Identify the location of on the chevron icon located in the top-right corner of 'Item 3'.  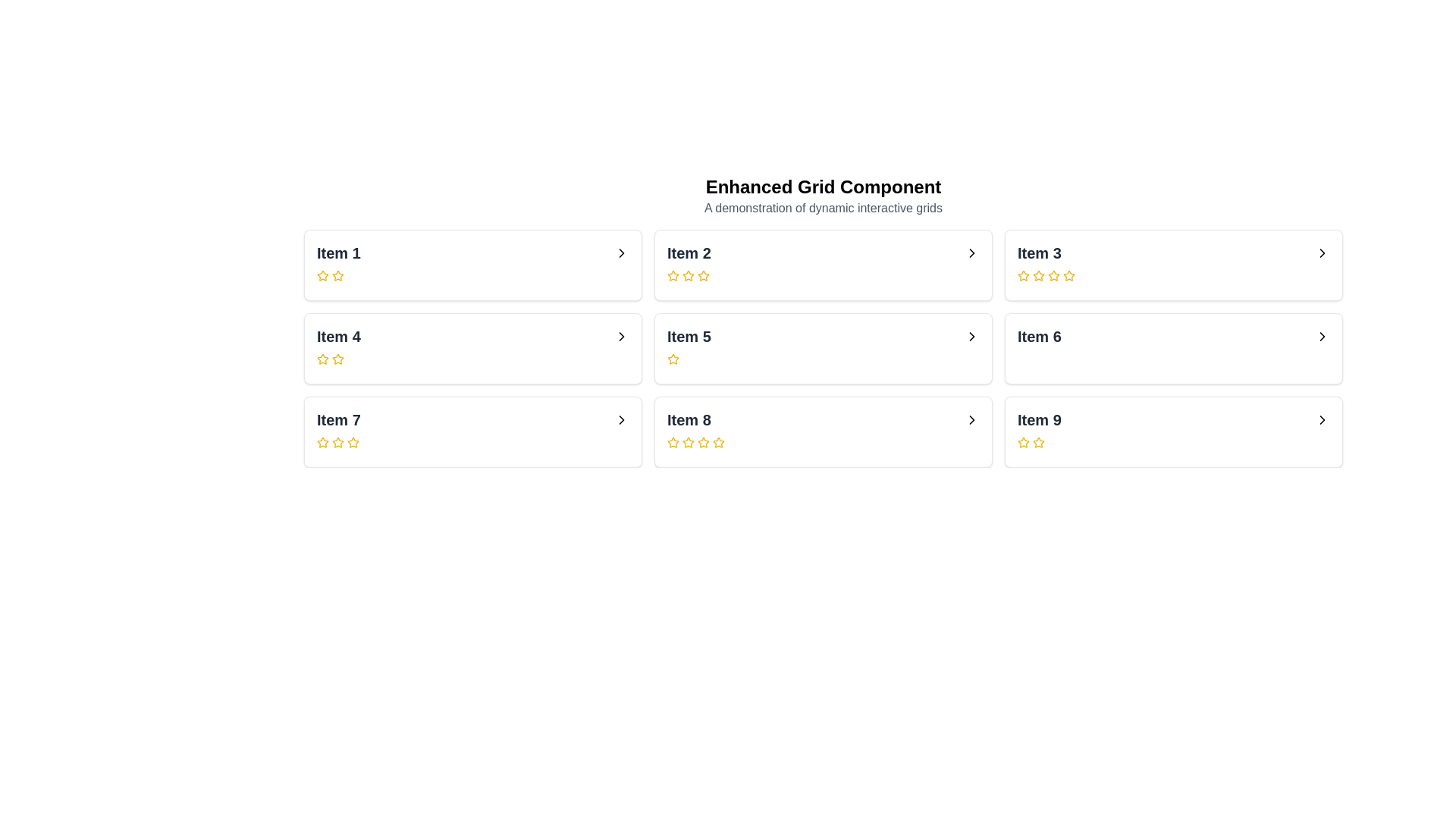
(1321, 253).